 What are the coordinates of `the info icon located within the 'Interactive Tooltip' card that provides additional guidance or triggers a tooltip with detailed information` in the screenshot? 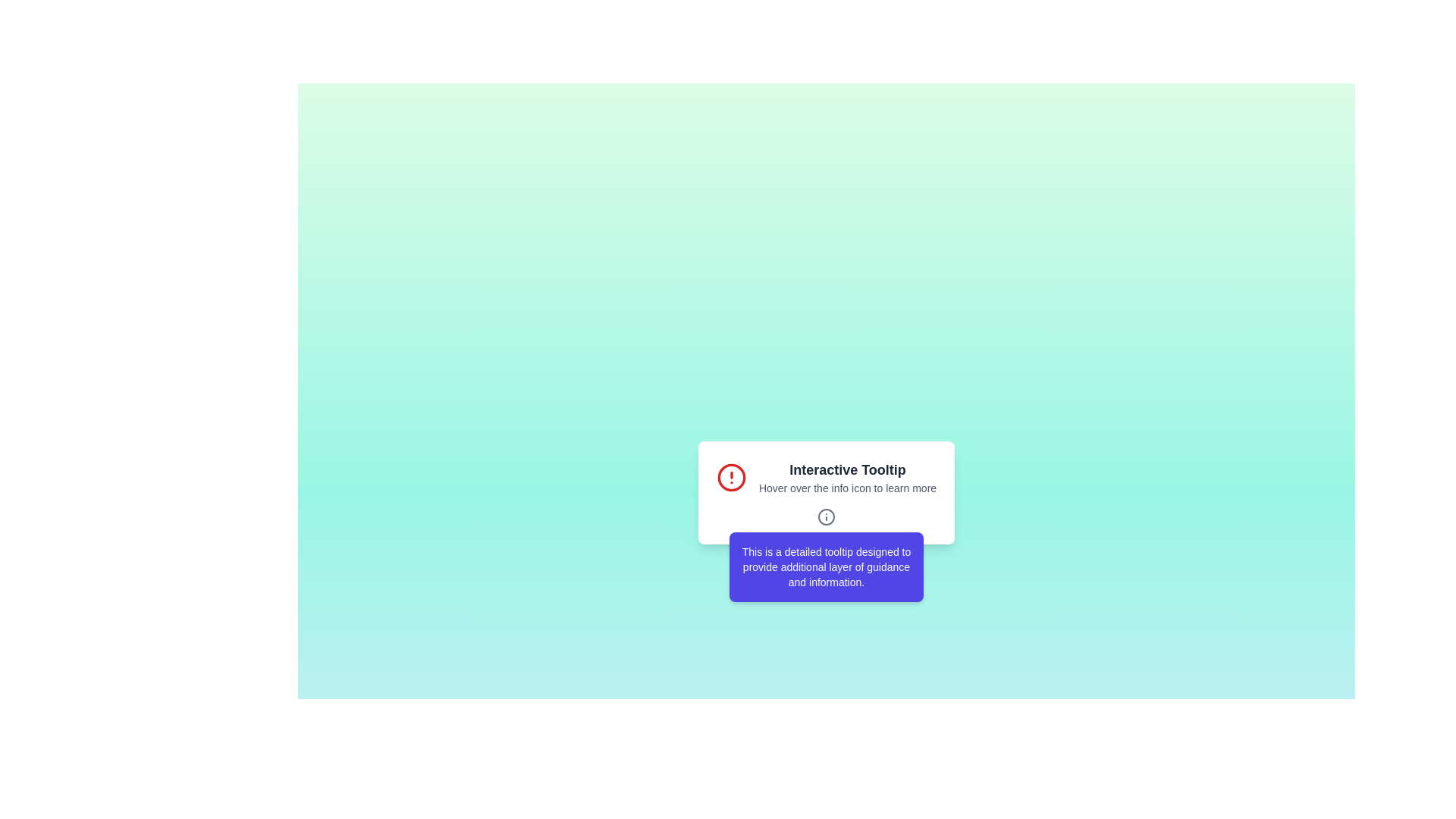 It's located at (825, 516).